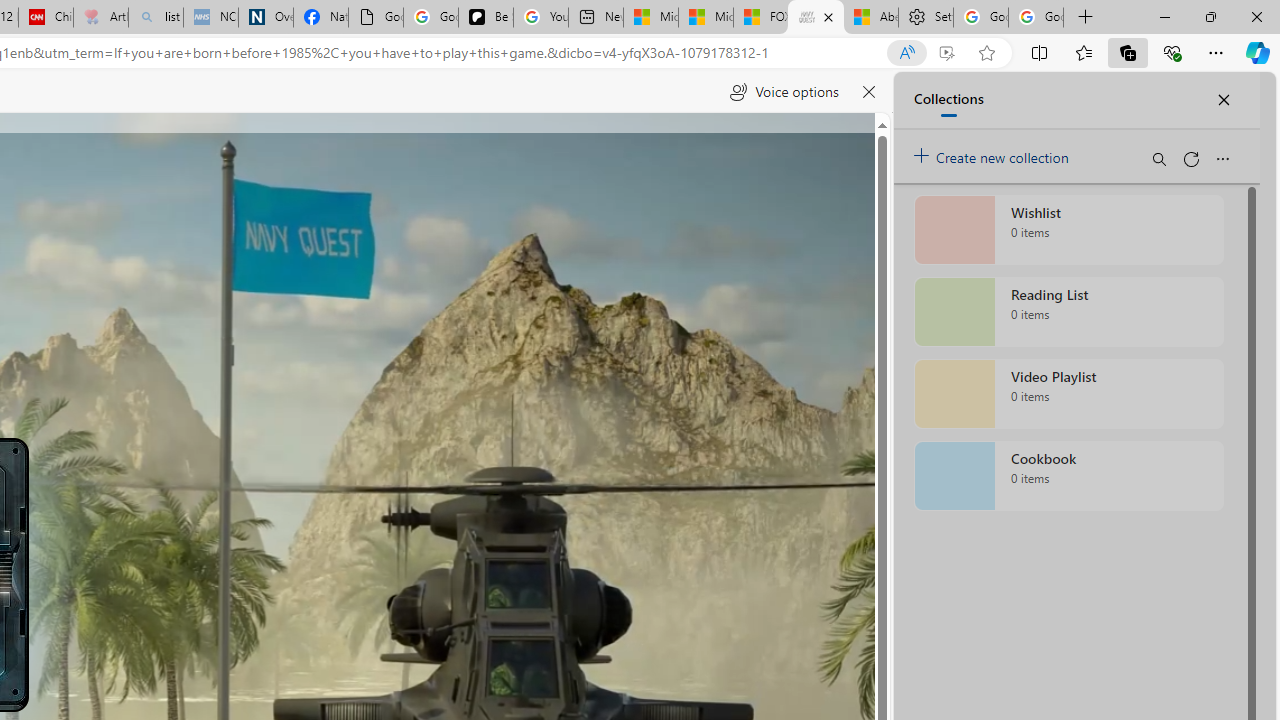  Describe the element at coordinates (1040, 51) in the screenshot. I see `'Split screen'` at that location.